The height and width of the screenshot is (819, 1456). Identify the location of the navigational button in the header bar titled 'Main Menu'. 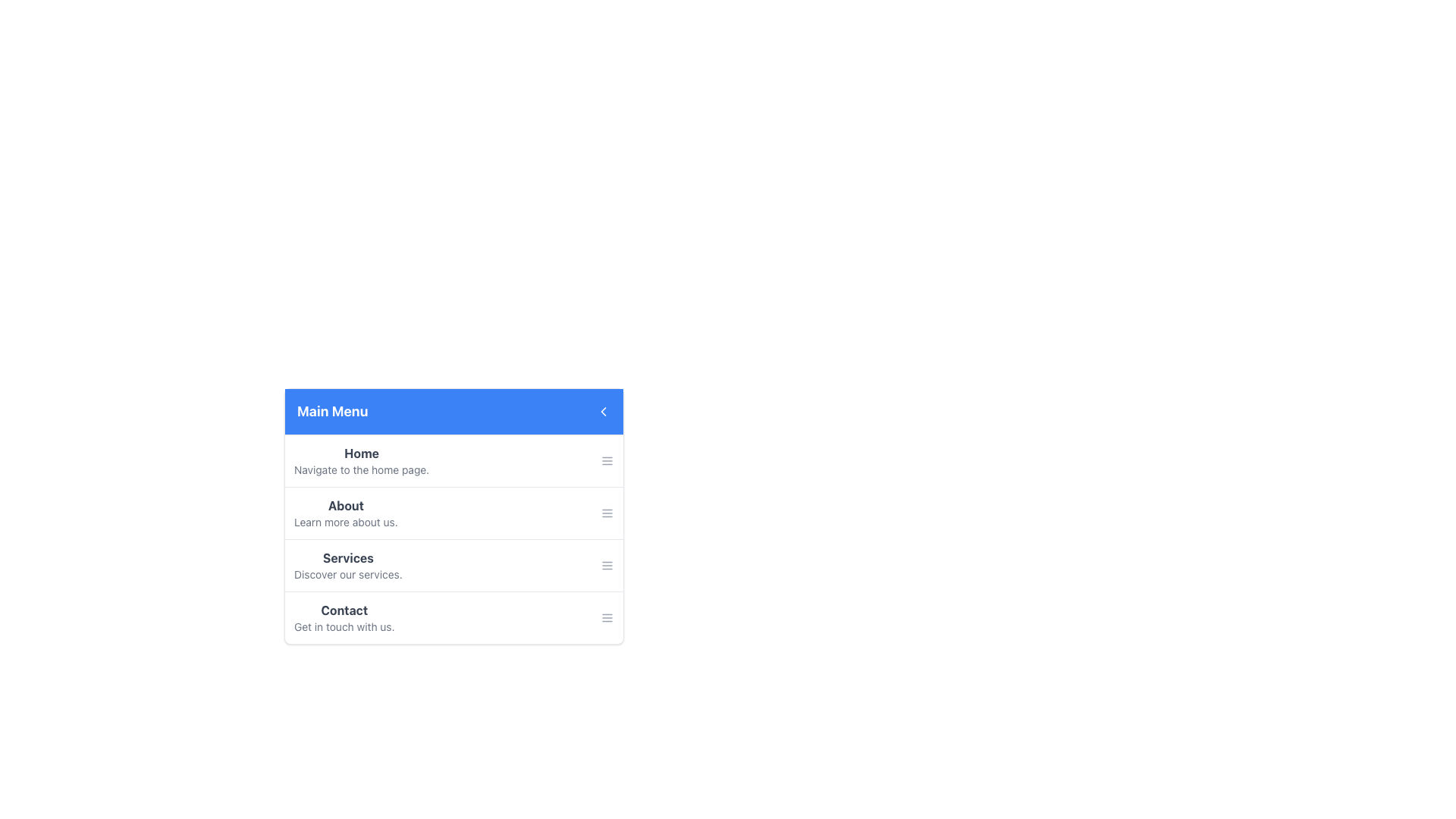
(603, 412).